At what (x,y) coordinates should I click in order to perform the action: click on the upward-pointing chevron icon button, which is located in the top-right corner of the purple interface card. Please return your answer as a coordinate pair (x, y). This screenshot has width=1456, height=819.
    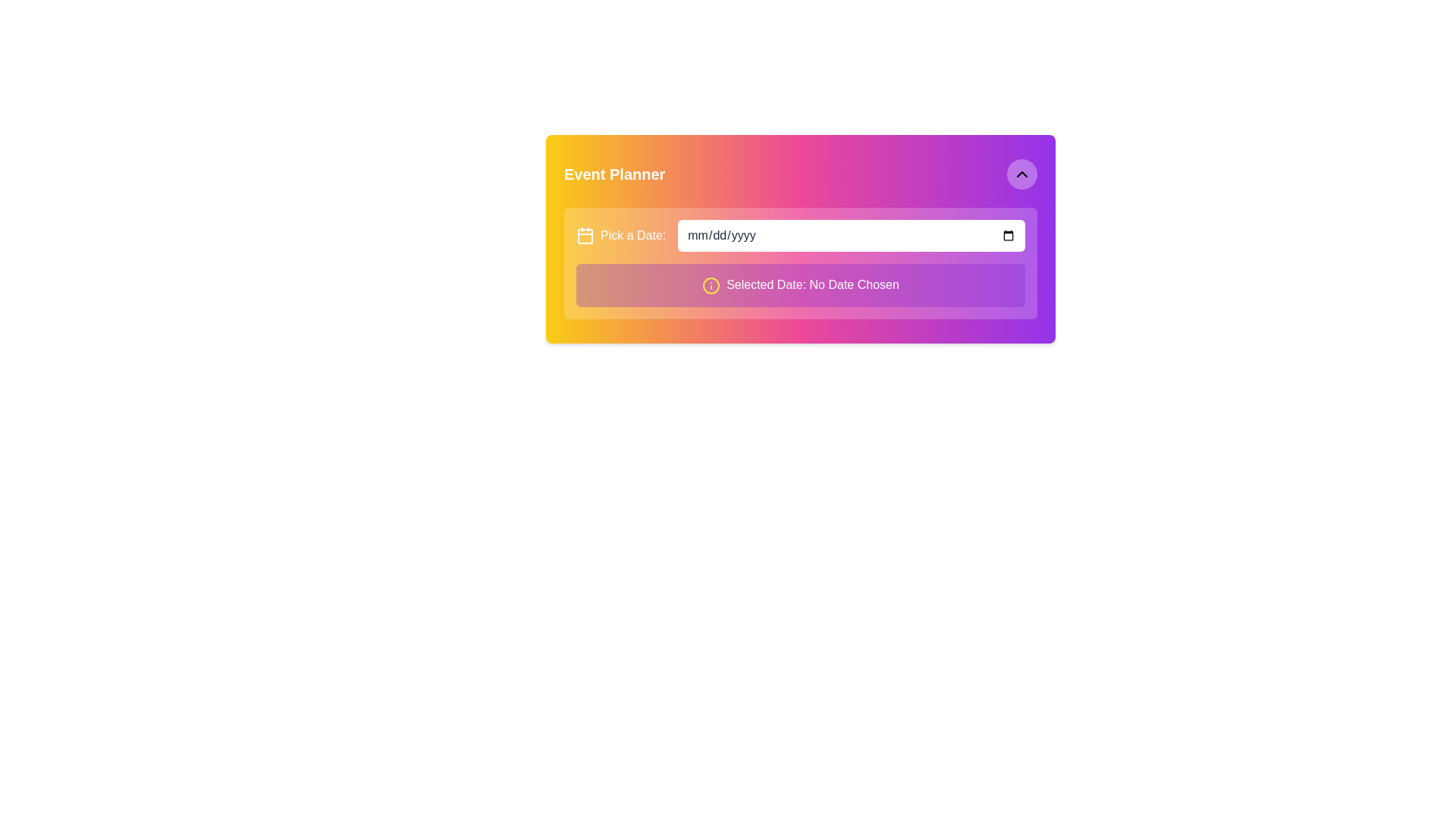
    Looking at the image, I should click on (1022, 174).